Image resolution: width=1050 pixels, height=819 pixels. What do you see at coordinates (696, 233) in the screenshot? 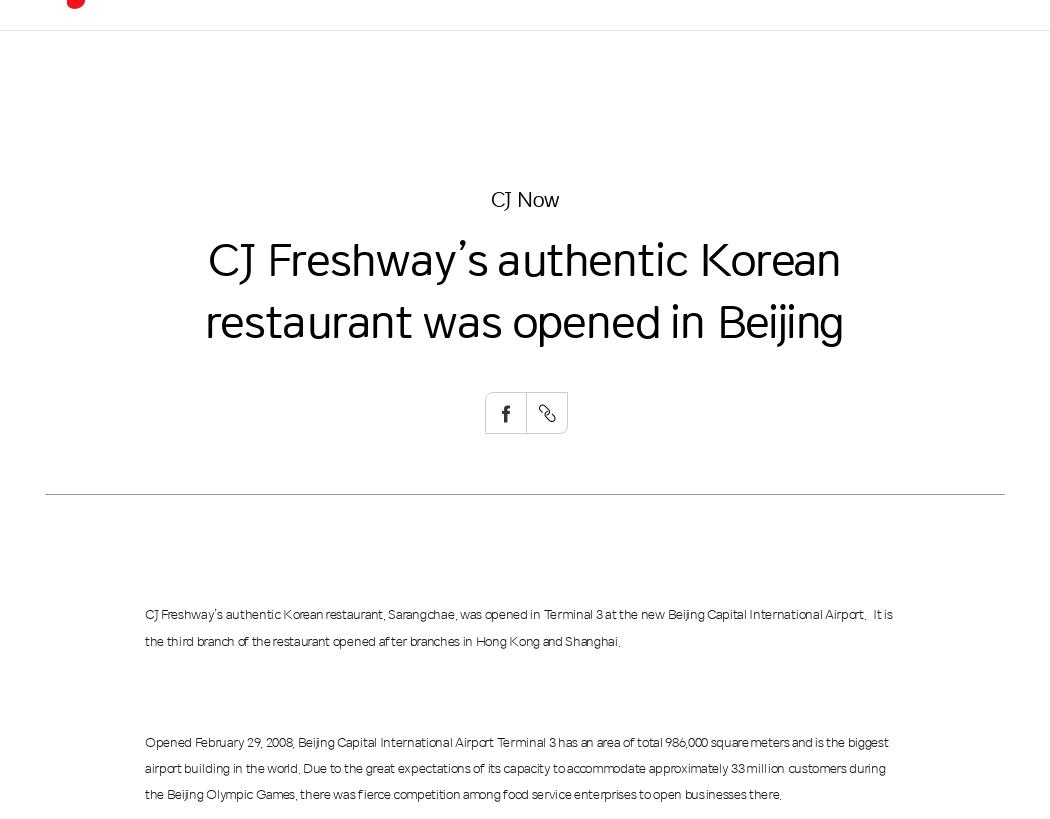
I see `'Global CJ'` at bounding box center [696, 233].